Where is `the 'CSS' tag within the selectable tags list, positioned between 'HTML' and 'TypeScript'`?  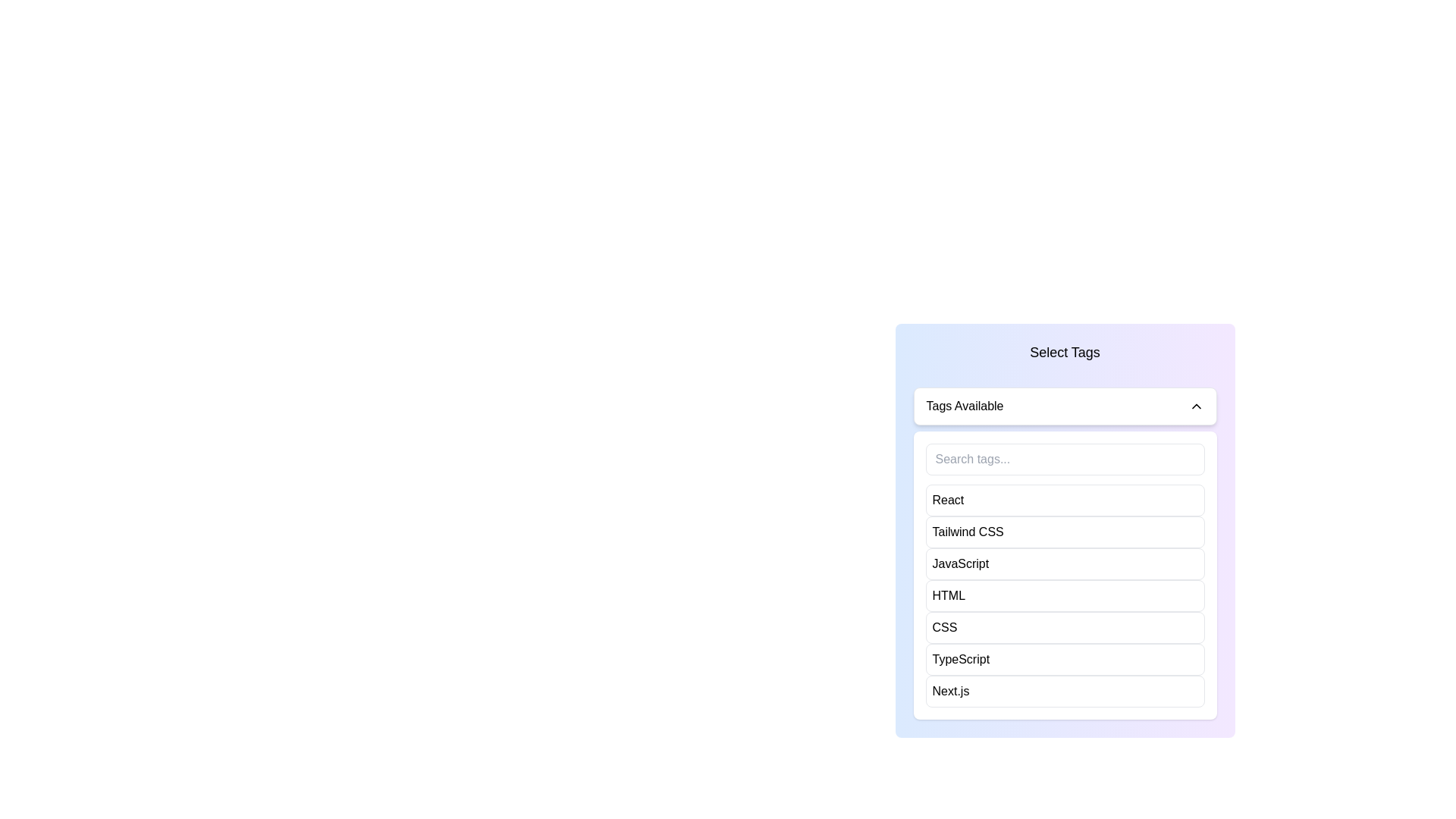
the 'CSS' tag within the selectable tags list, positioned between 'HTML' and 'TypeScript' is located at coordinates (943, 628).